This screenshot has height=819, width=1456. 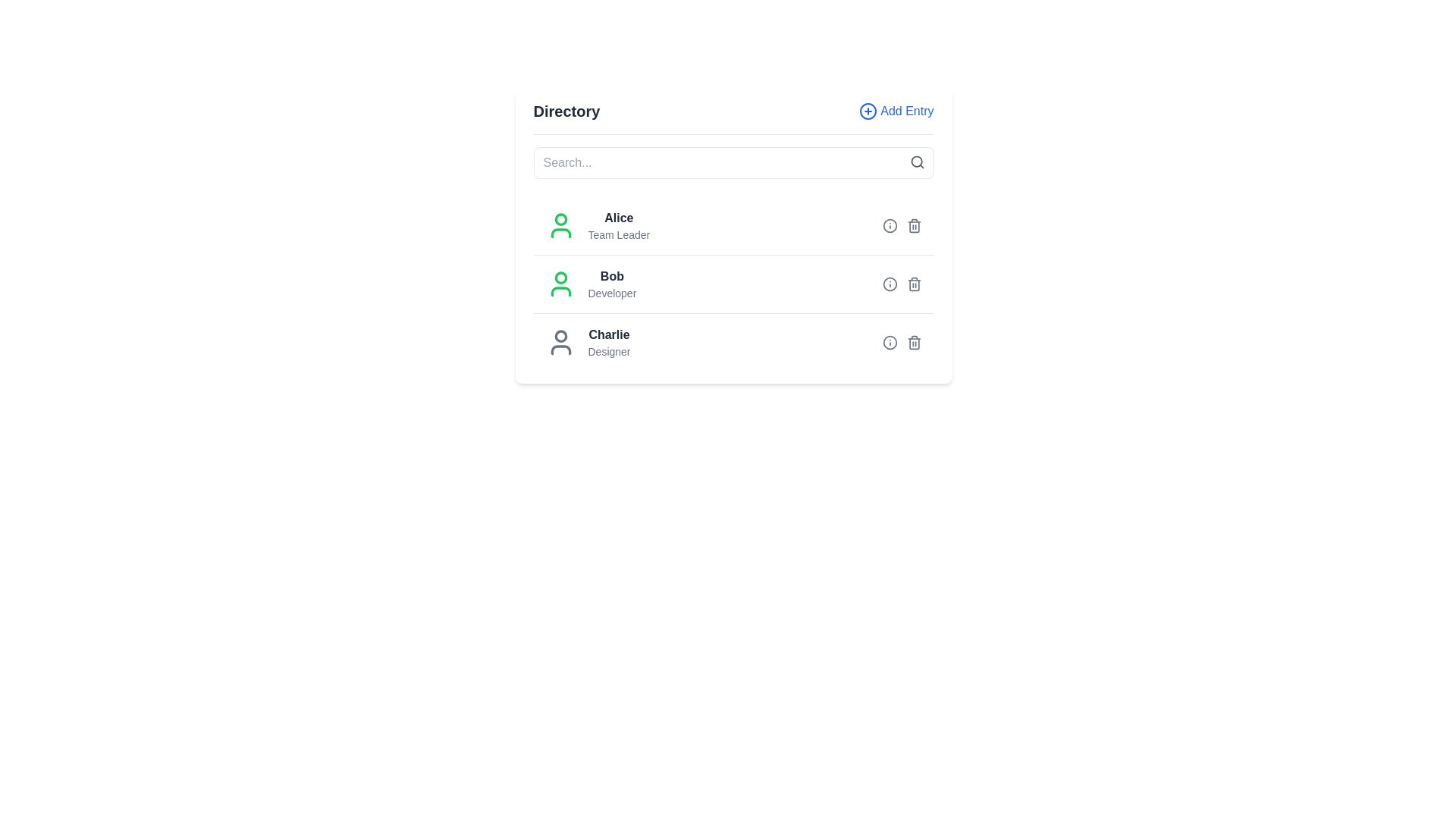 What do you see at coordinates (560, 284) in the screenshot?
I see `the profile icon representing 'Bob', located to the left of the name and designation in the user directory` at bounding box center [560, 284].